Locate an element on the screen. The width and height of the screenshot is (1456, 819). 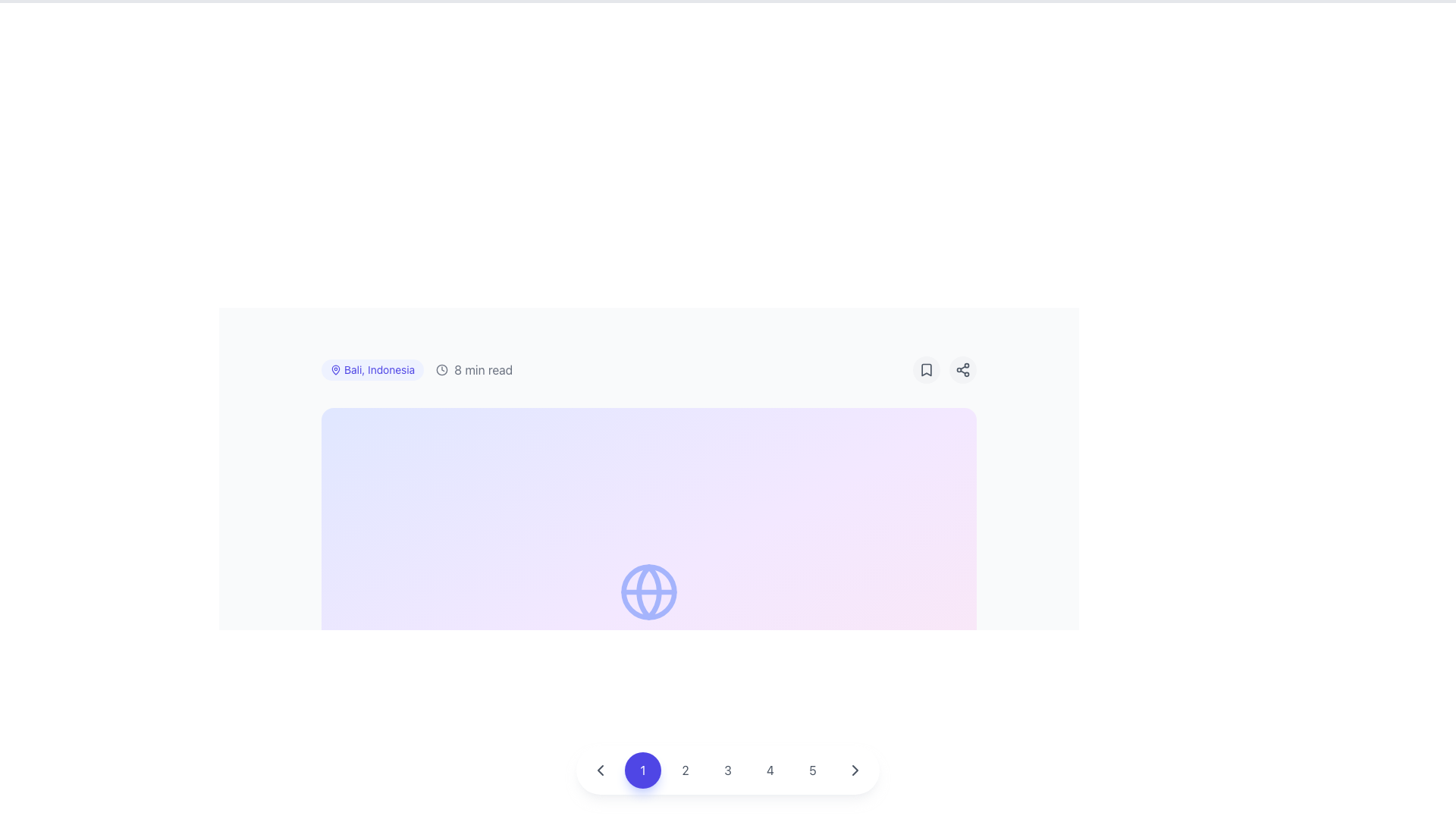
the globe icon with a circular boundary and longitude/latitude lines, styled in soft indigo color, located in the middle section of the interface is located at coordinates (648, 591).